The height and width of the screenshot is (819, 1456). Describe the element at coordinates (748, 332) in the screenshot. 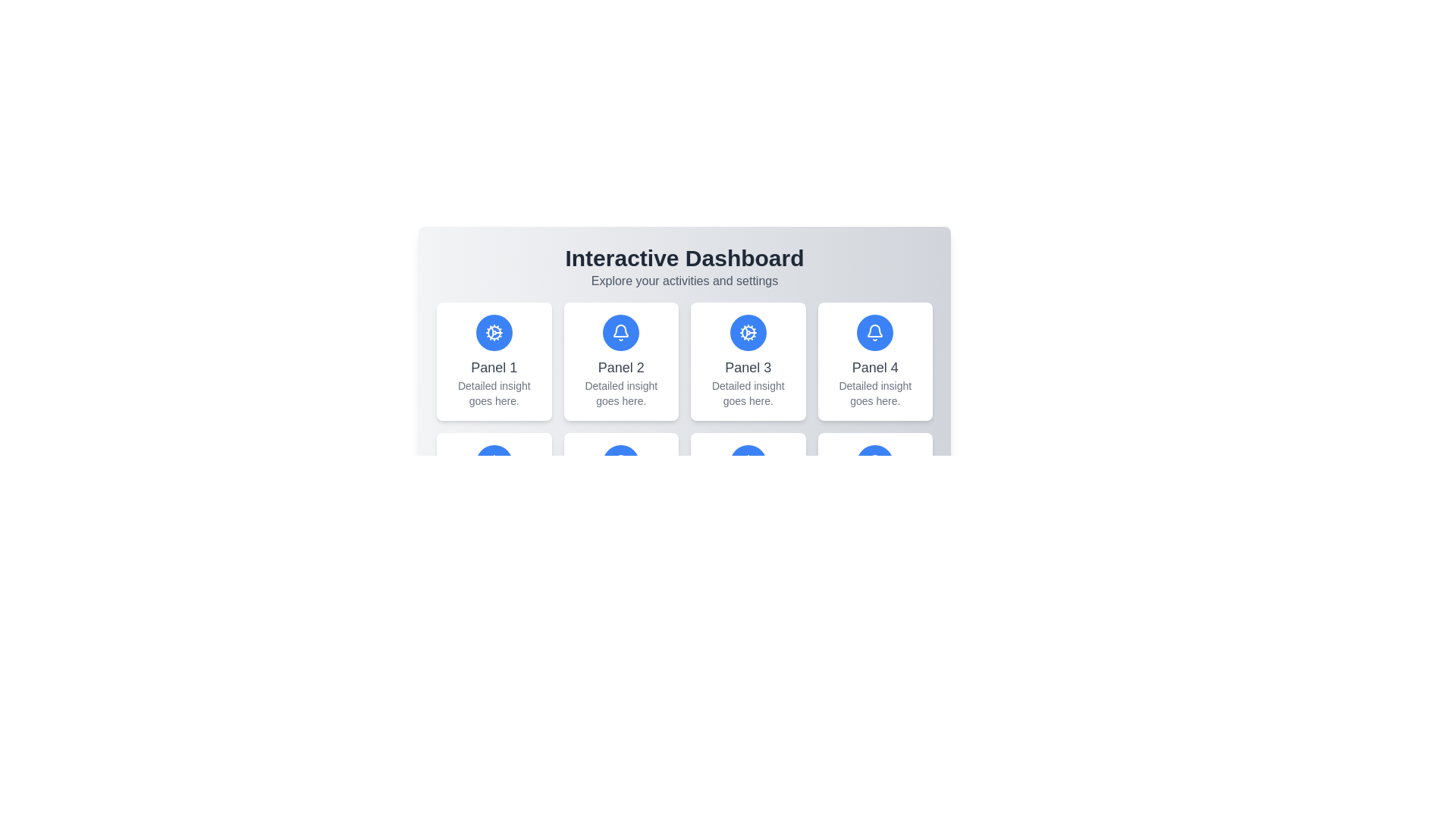

I see `the gear icon button, which is a white gear icon on a circular blue background located in the center of the third panel in the first row on the dashboard interface` at that location.